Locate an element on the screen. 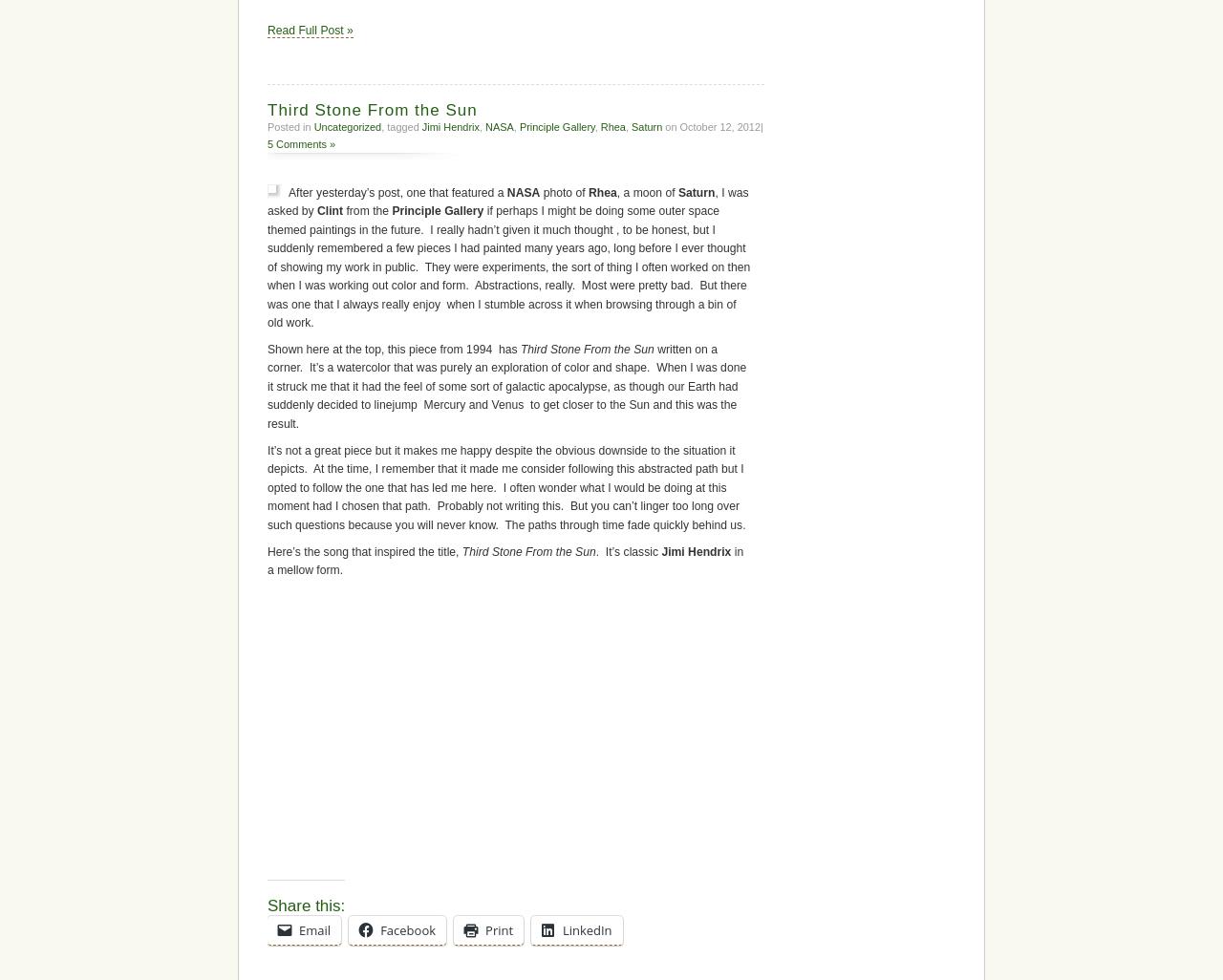 The height and width of the screenshot is (980, 1223). 'Read Full Post »' is located at coordinates (310, 31).